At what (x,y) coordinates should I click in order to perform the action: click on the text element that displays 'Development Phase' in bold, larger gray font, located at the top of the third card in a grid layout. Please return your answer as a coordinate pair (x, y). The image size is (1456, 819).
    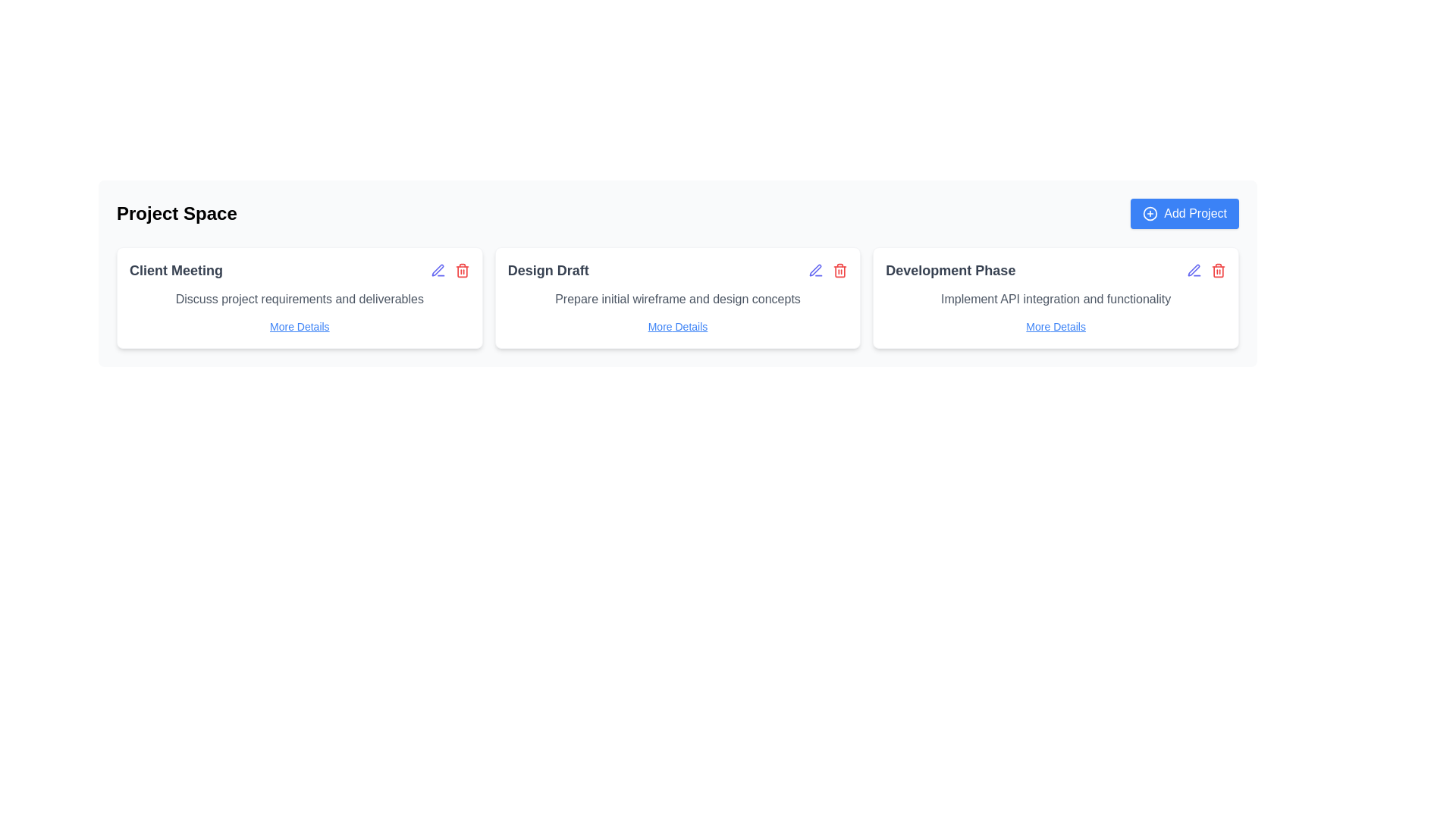
    Looking at the image, I should click on (949, 270).